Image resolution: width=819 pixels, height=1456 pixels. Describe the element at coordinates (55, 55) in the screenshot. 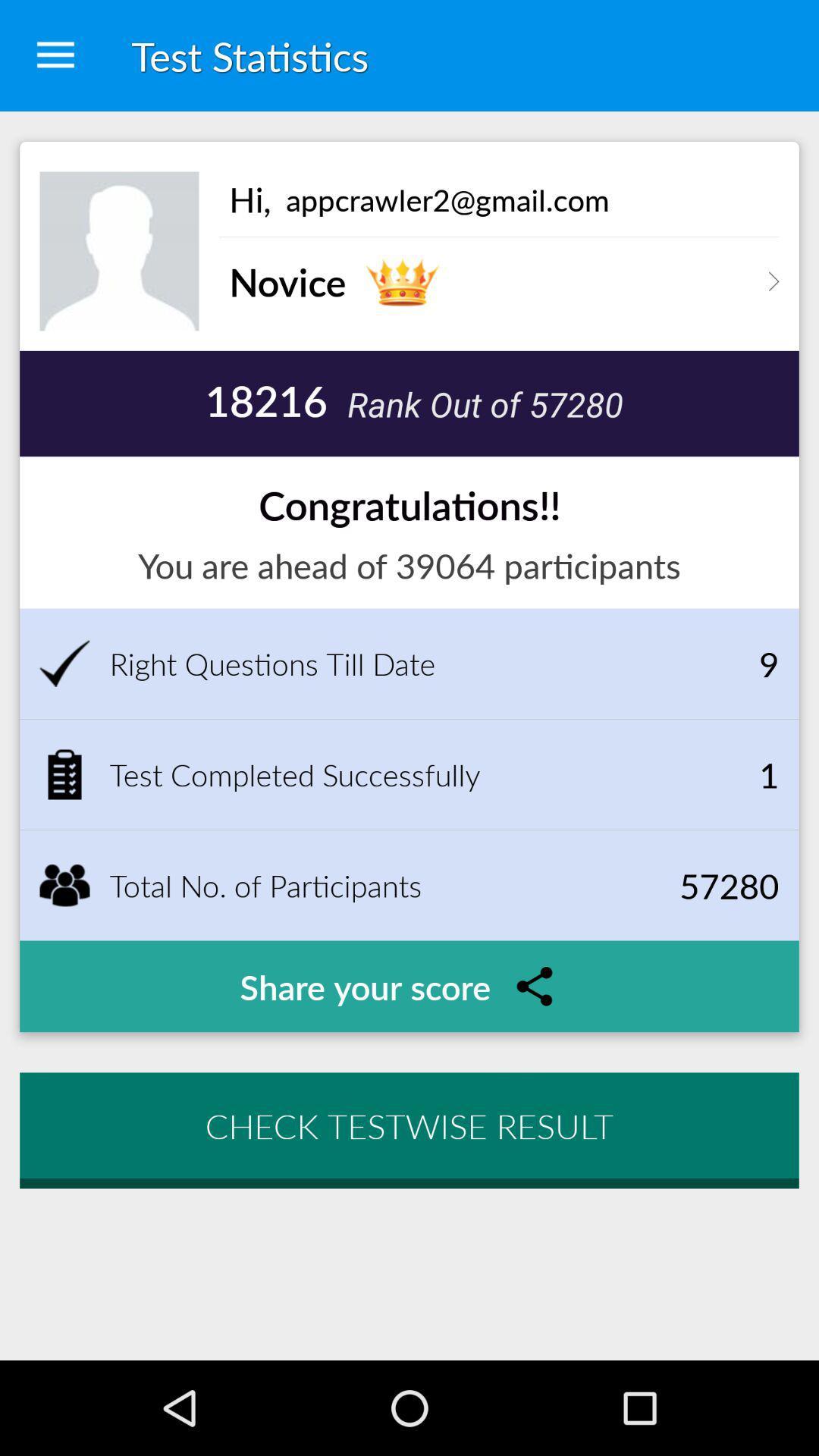

I see `the item to the left of the test statistics icon` at that location.